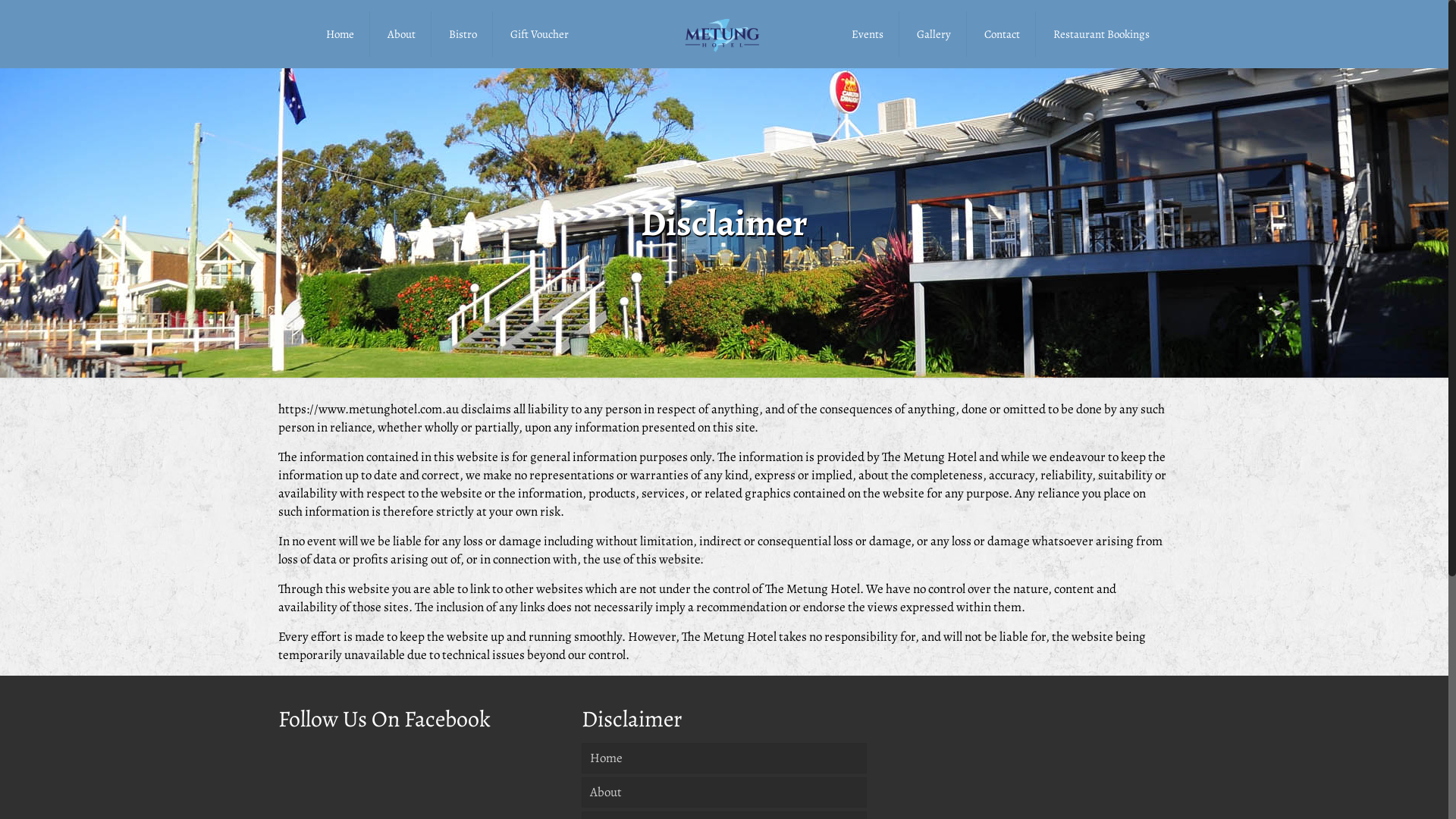 The height and width of the screenshot is (819, 1456). What do you see at coordinates (868, 34) in the screenshot?
I see `'Events'` at bounding box center [868, 34].